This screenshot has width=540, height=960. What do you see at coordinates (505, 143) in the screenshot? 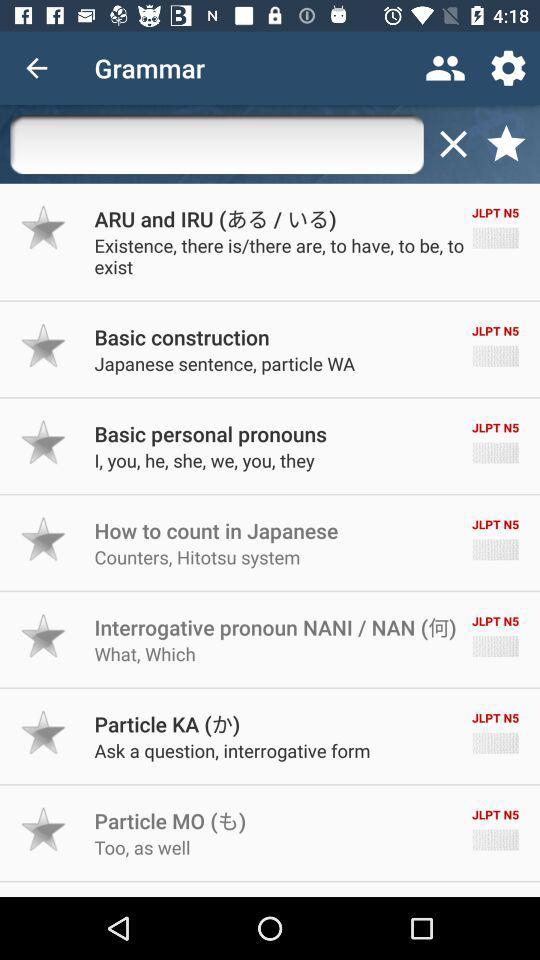
I see `find favorites` at bounding box center [505, 143].